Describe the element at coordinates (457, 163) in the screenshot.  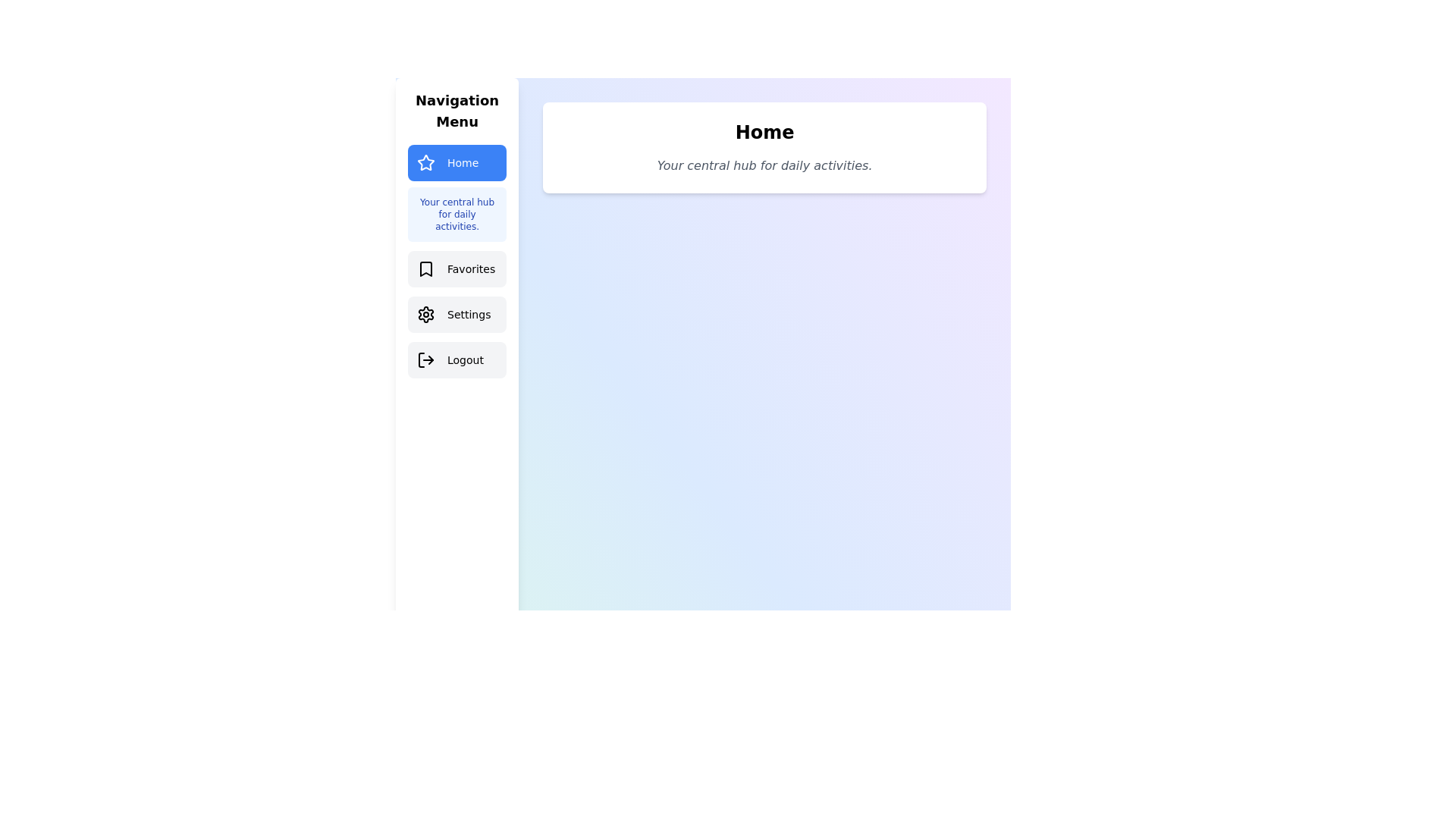
I see `the Home tab from the navigation menu` at that location.